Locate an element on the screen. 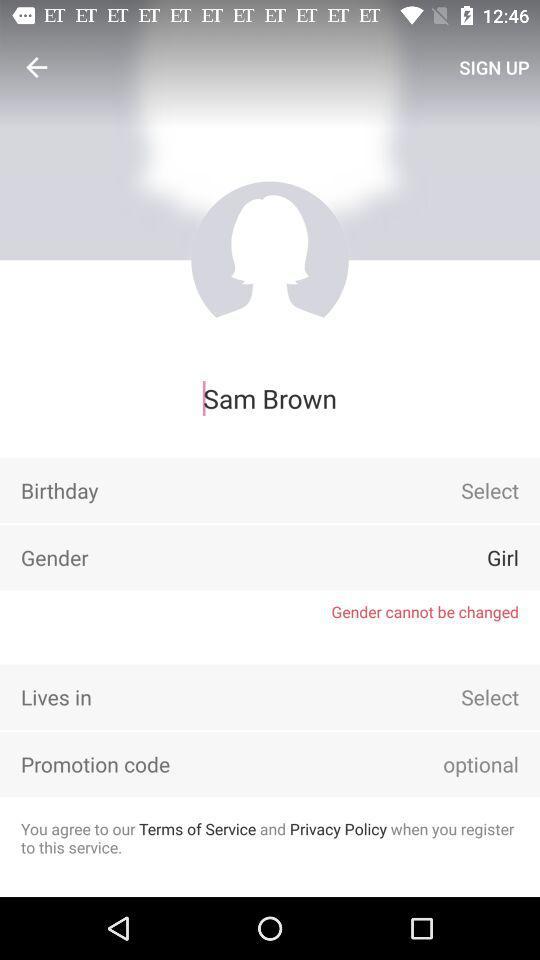  the icon above sam brown is located at coordinates (493, 67).